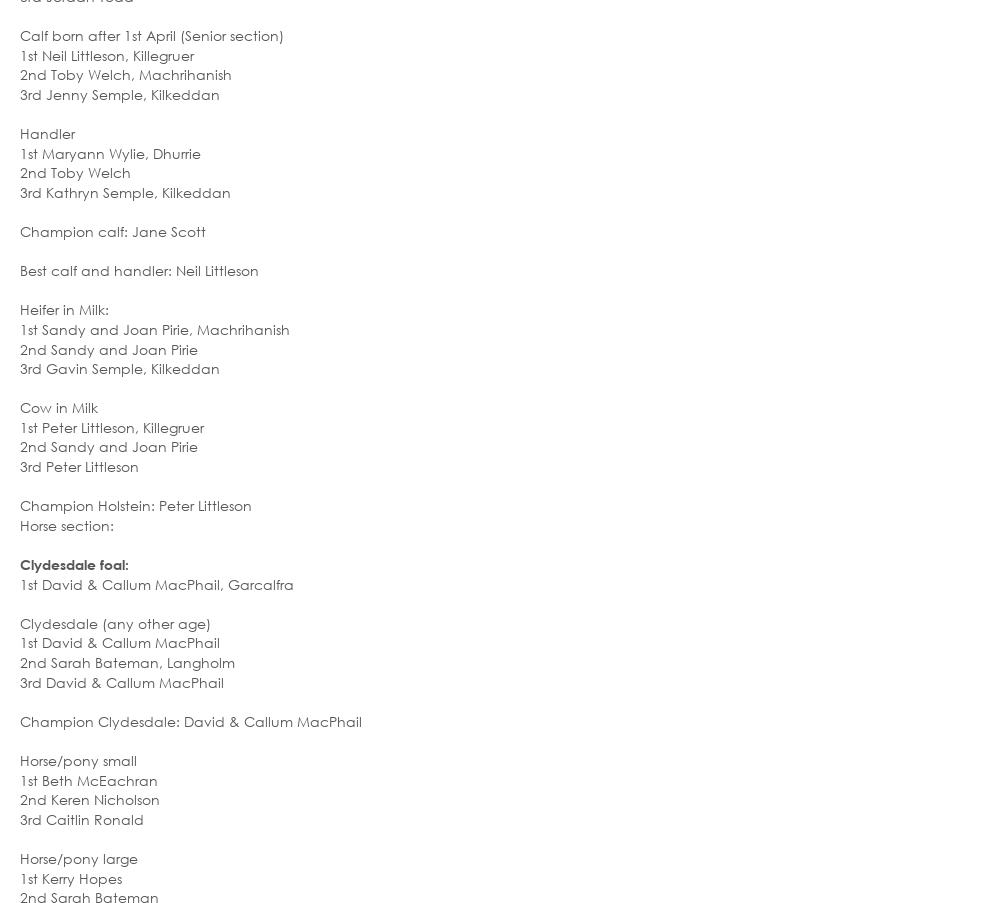 The height and width of the screenshot is (903, 1000). I want to click on '3rd Caitlin Ronald', so click(81, 817).